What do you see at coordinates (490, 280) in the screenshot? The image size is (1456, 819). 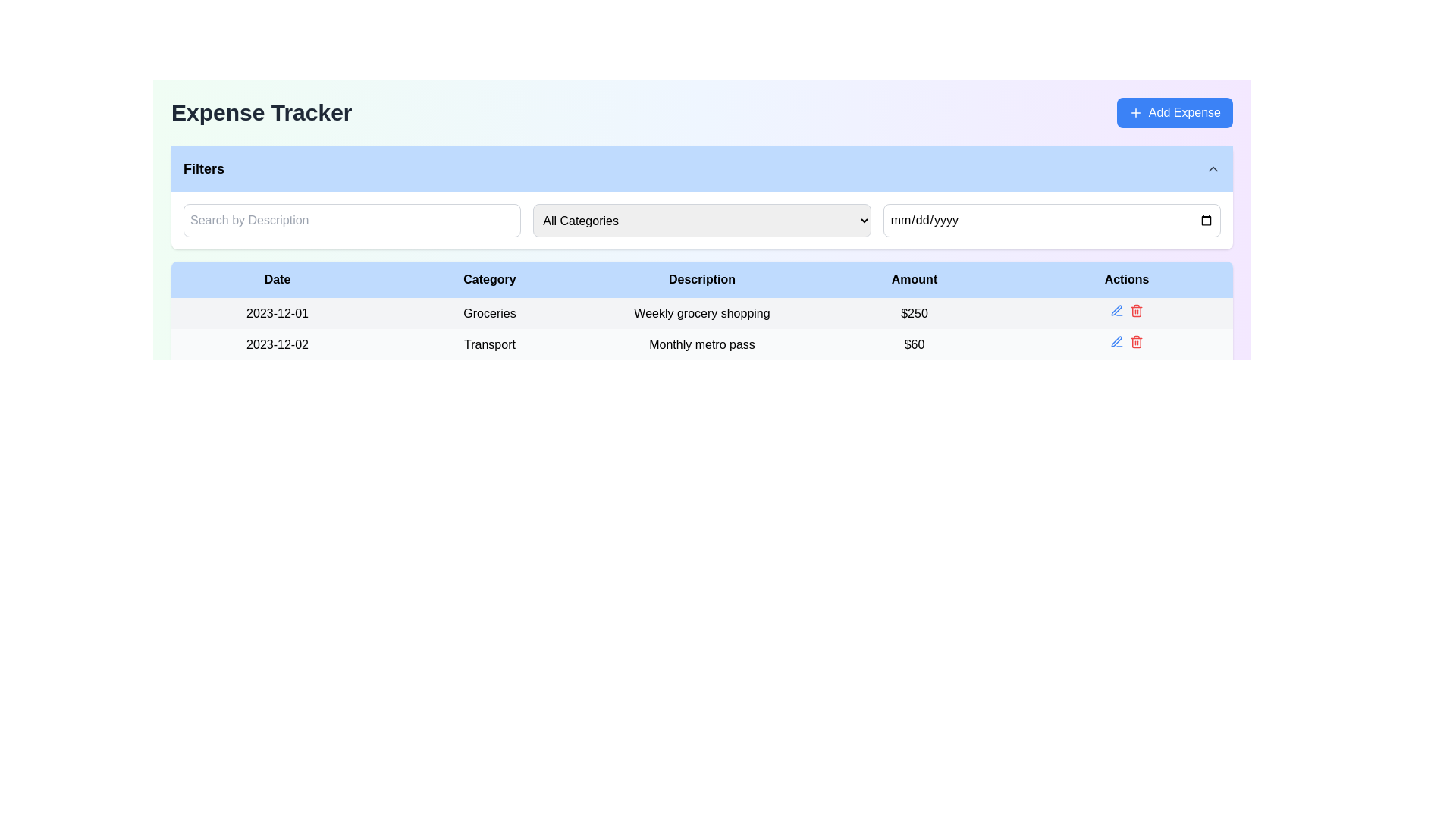 I see `the text label that displays 'Category', which is centrally aligned and positioned on a light blue background, located between 'Date' and 'Description' labels` at bounding box center [490, 280].